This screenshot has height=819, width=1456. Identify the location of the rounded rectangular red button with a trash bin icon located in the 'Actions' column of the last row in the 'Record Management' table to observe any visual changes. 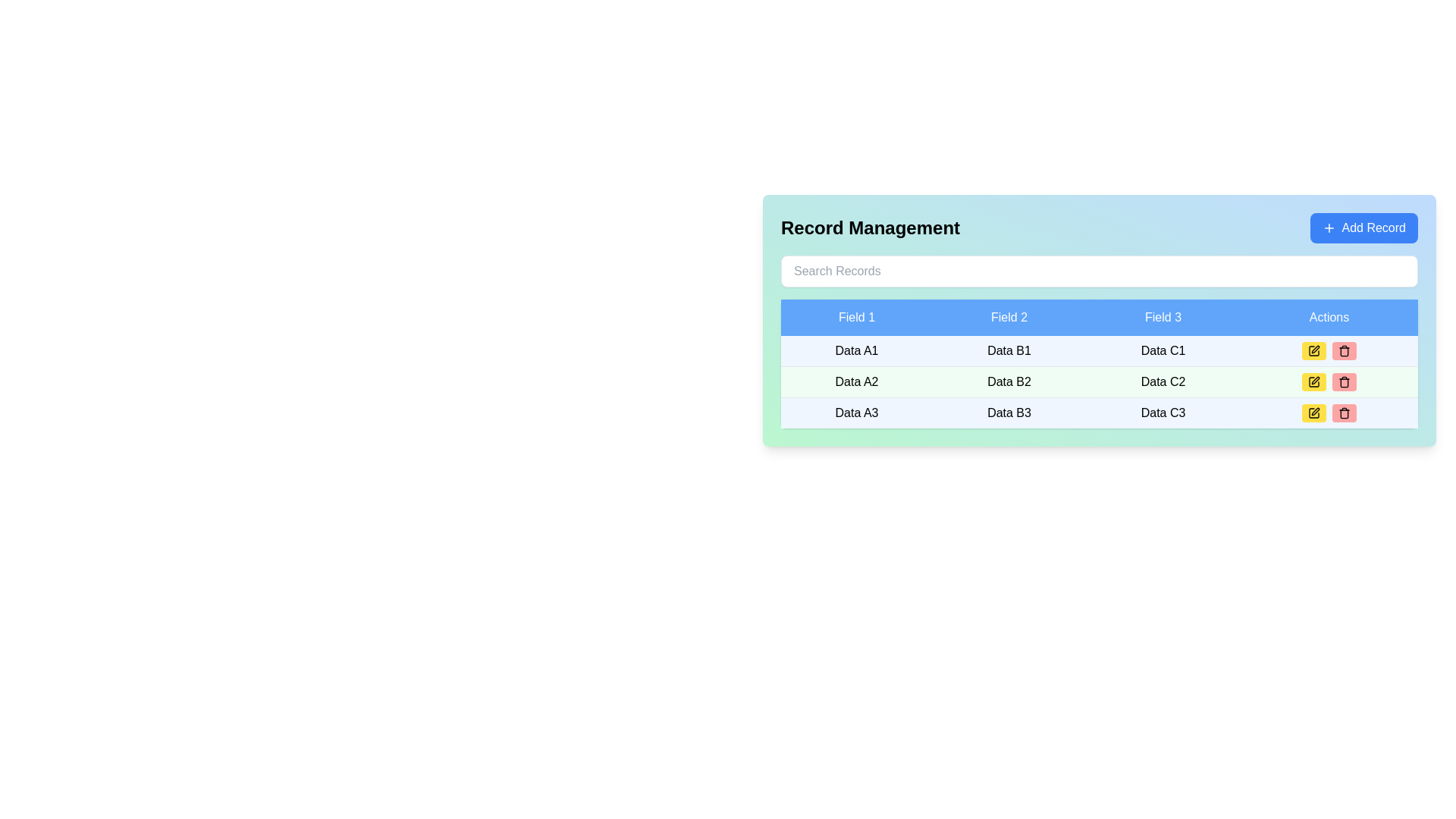
(1344, 413).